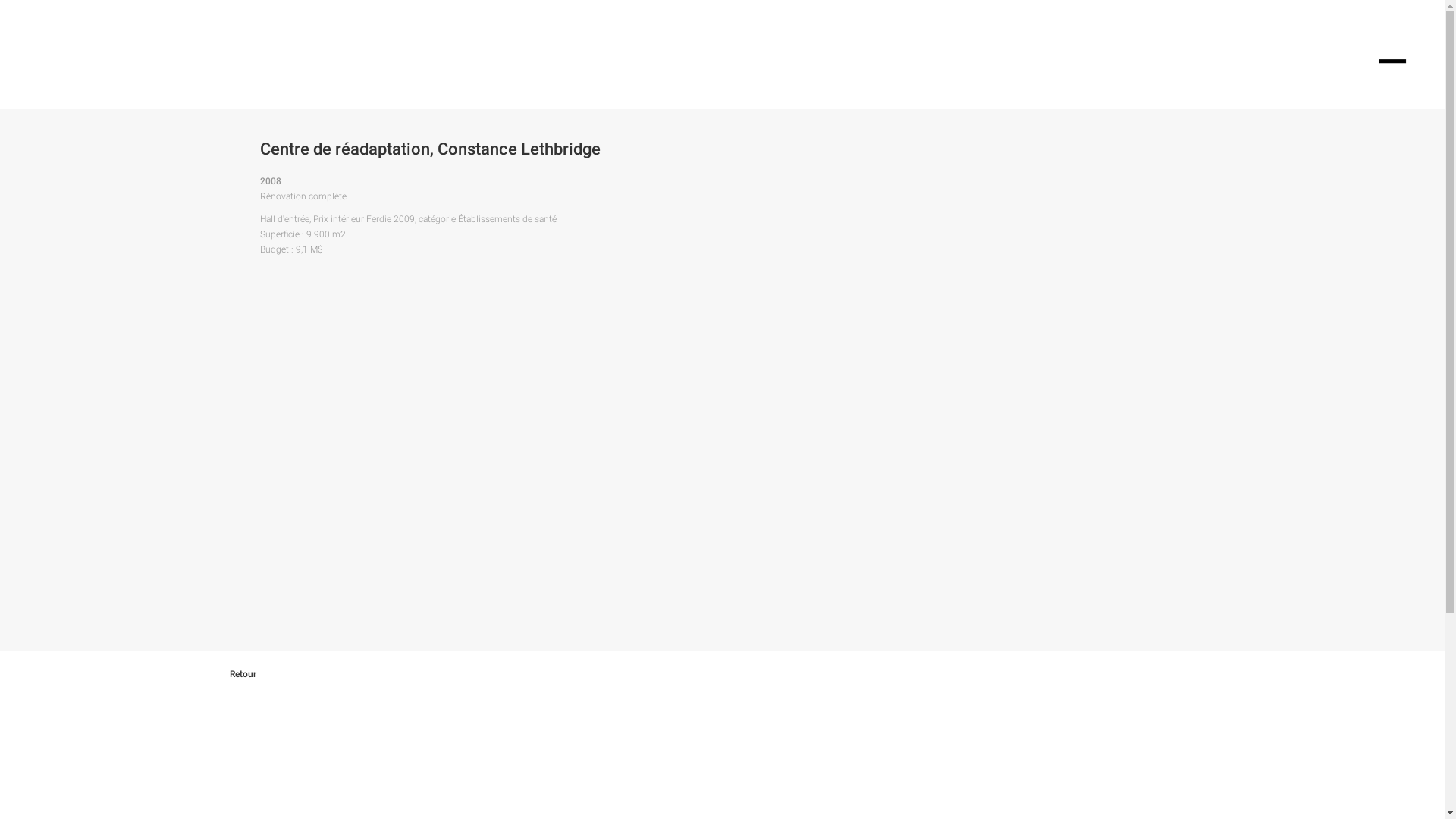  I want to click on 'Retour', so click(255, 673).